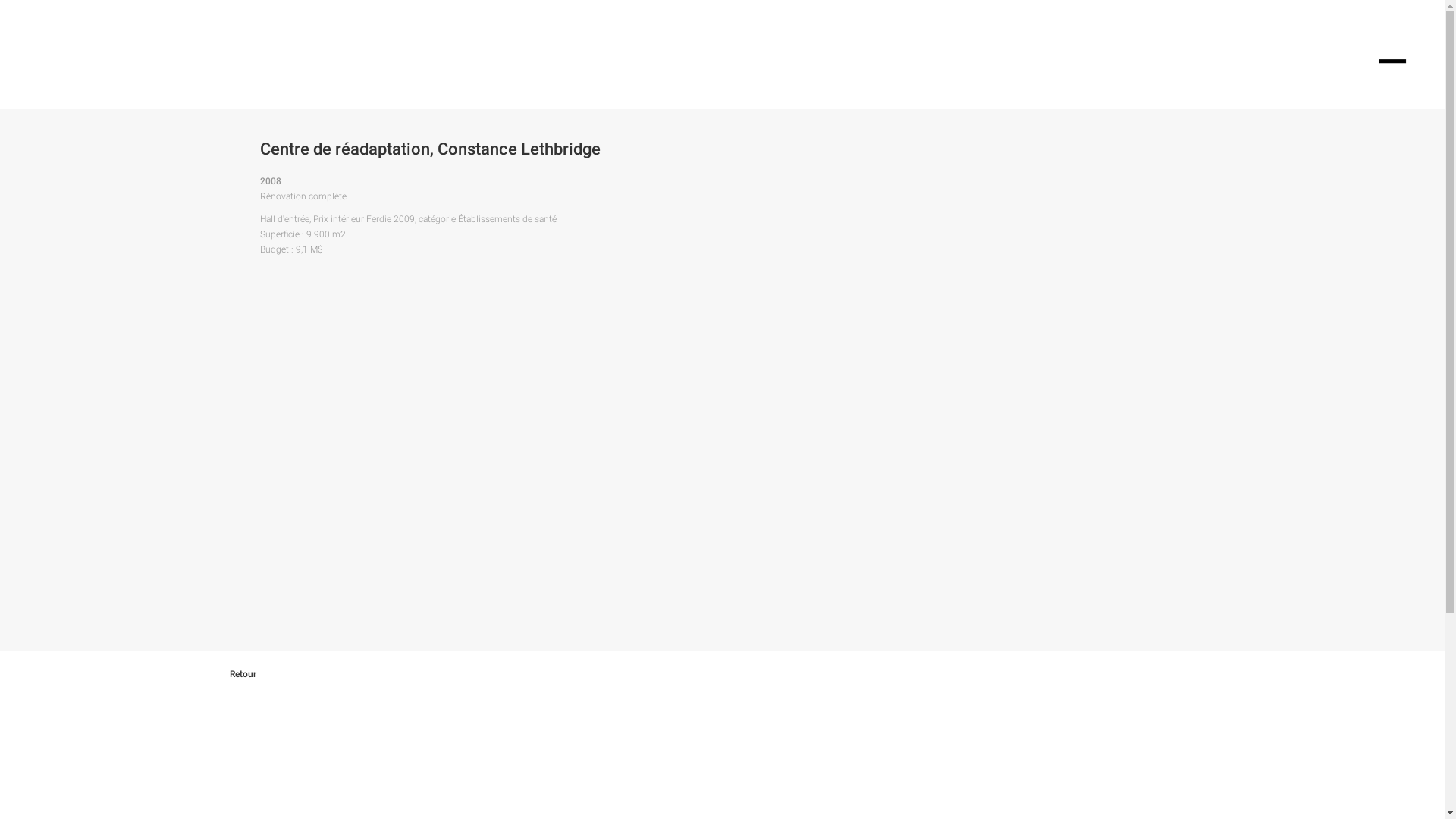  I want to click on 'Retour', so click(255, 673).